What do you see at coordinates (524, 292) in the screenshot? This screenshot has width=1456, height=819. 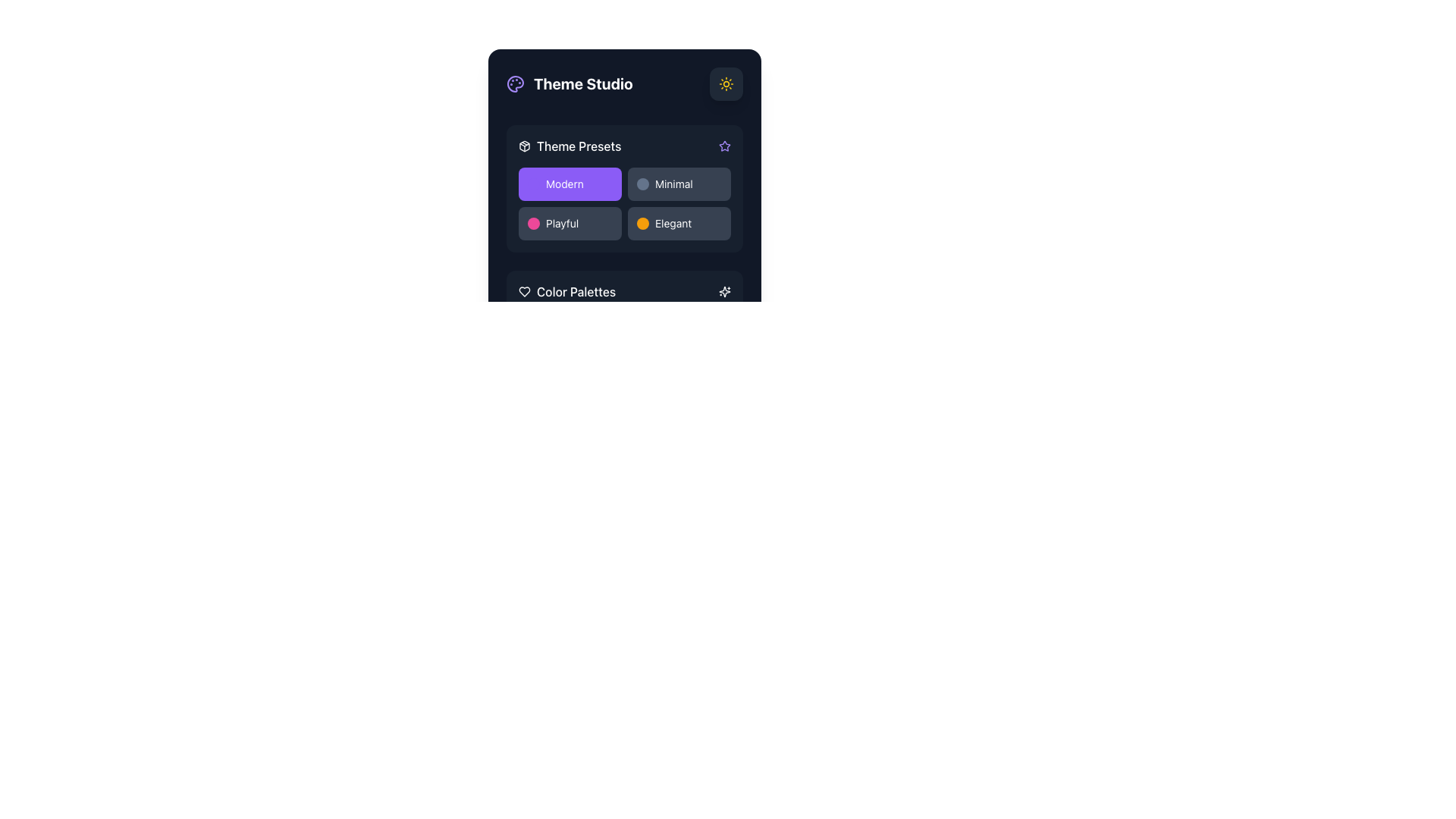 I see `the heart icon located in the middle right section of the interface that serves as an indicator for actions like showing affection, saving, or marking as favorite` at bounding box center [524, 292].